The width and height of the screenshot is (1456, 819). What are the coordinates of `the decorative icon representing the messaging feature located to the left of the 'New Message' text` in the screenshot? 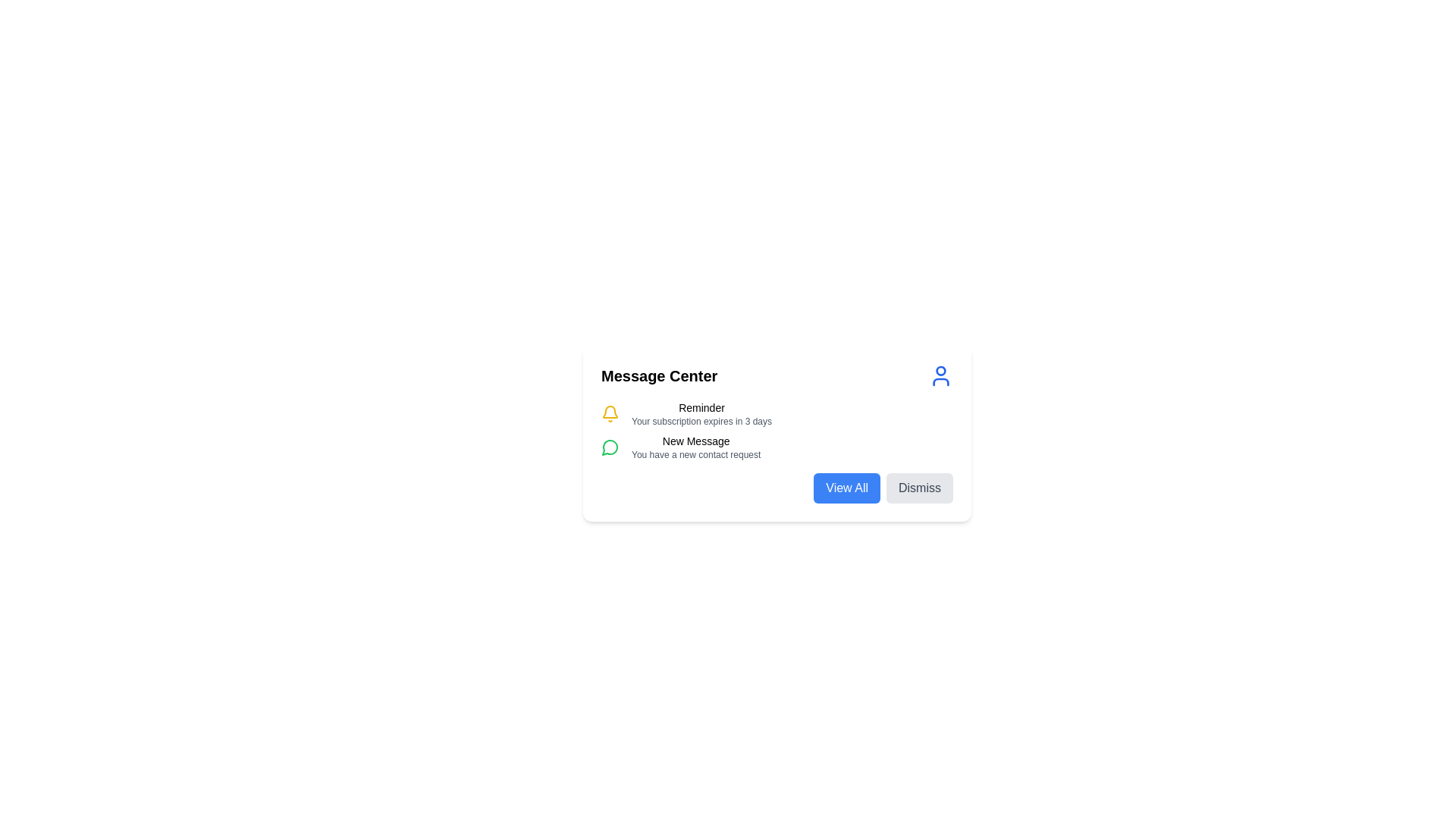 It's located at (610, 447).